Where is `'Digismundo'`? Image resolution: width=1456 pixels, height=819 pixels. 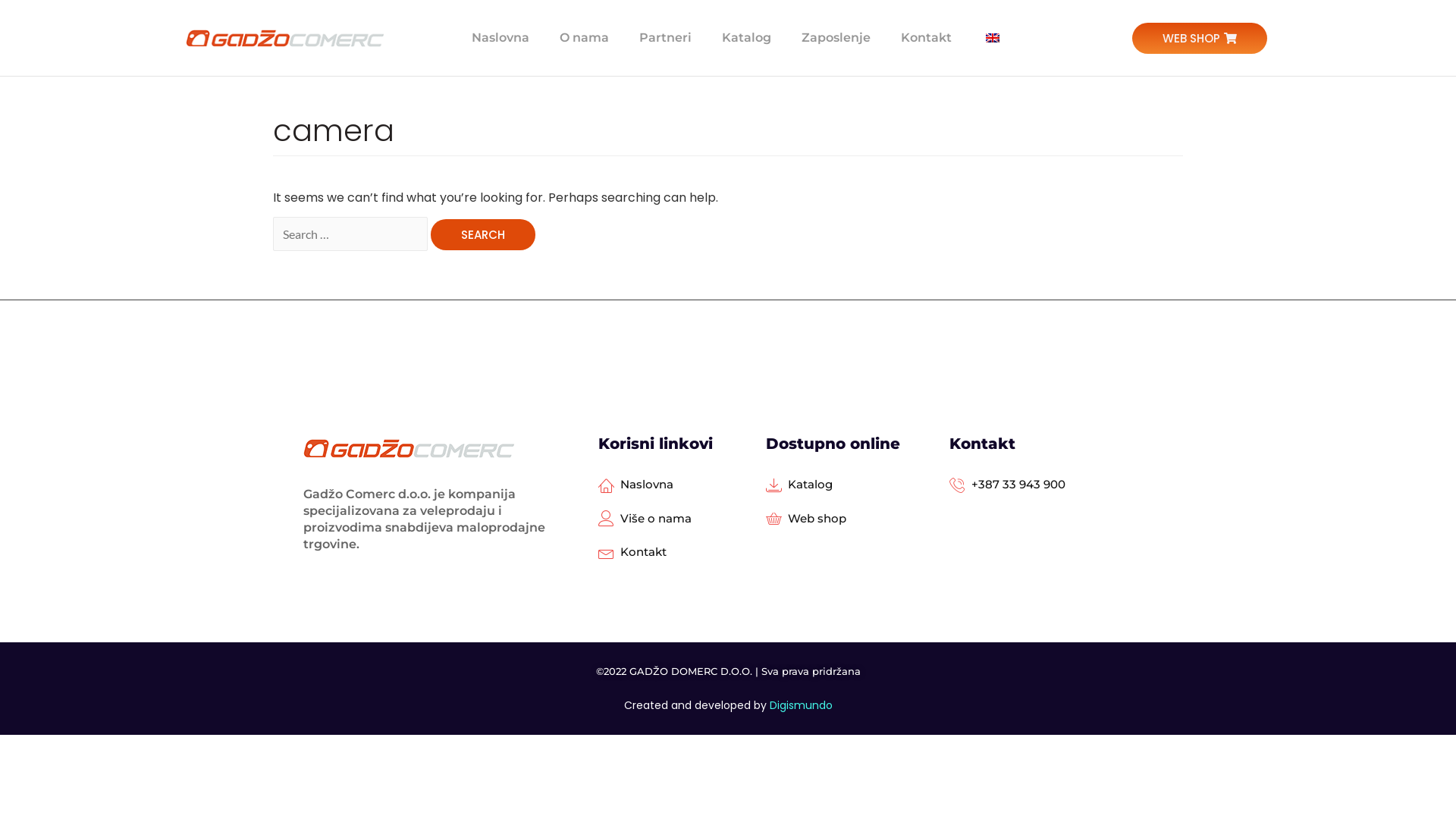 'Digismundo' is located at coordinates (799, 704).